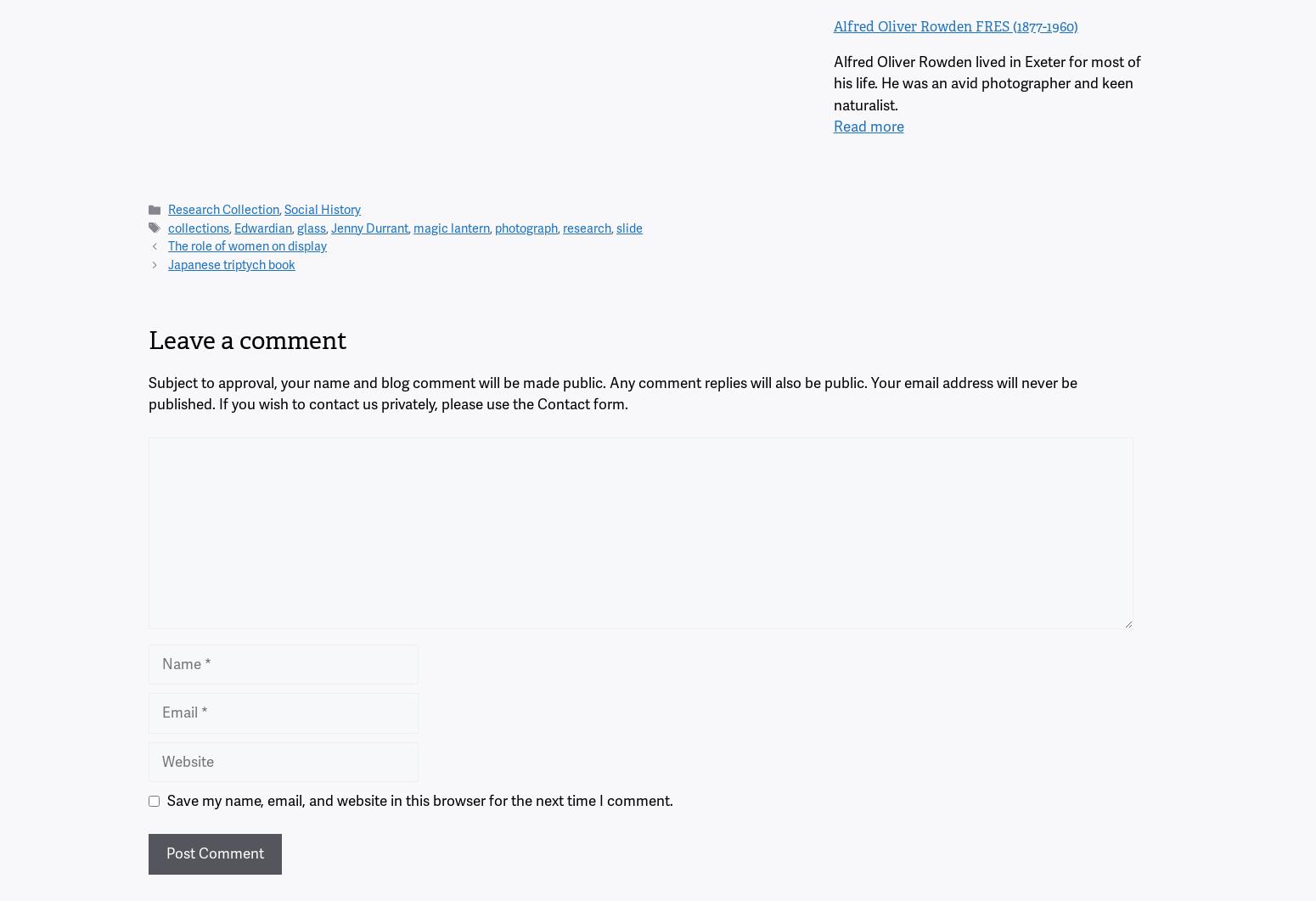 The width and height of the screenshot is (1316, 901). Describe the element at coordinates (247, 245) in the screenshot. I see `'The role of women on display'` at that location.